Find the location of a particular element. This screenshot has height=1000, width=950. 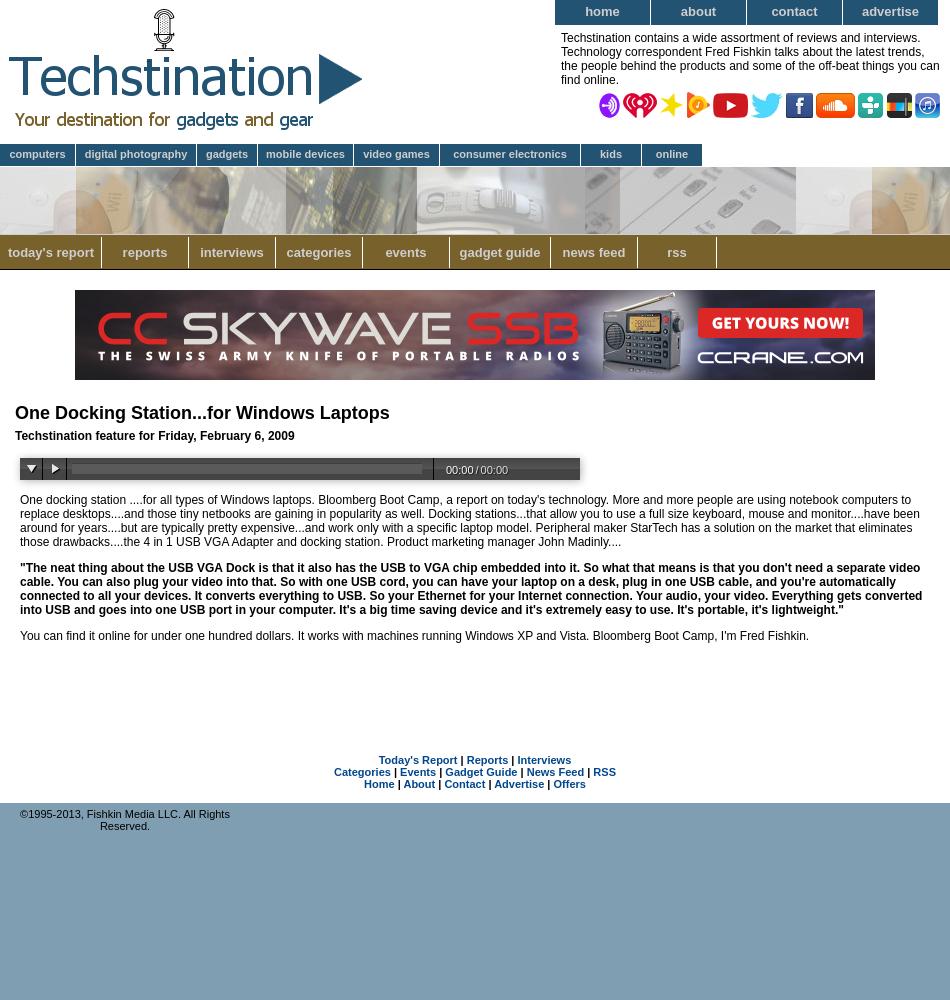

'One docking station ....for all types of Windows laptops.    Bloomberg Boot Camp, a report on today's technology.       More and more people are using notebook computers to replace desktops....and those tiny netbooks are gaining in popularity as well.    Docking stations...that allow you to use a full size keyboard,  mouse and monitor....have been around for years....but are typically pretty expensive...and work only with a specific laptop model.   Peripheral maker StarTech has a solution on the market that eliminates those drawbacks....the 4 in 1 USB VGA Adapter and docking station.   Product marketing manager John Madinly....' is located at coordinates (468, 521).